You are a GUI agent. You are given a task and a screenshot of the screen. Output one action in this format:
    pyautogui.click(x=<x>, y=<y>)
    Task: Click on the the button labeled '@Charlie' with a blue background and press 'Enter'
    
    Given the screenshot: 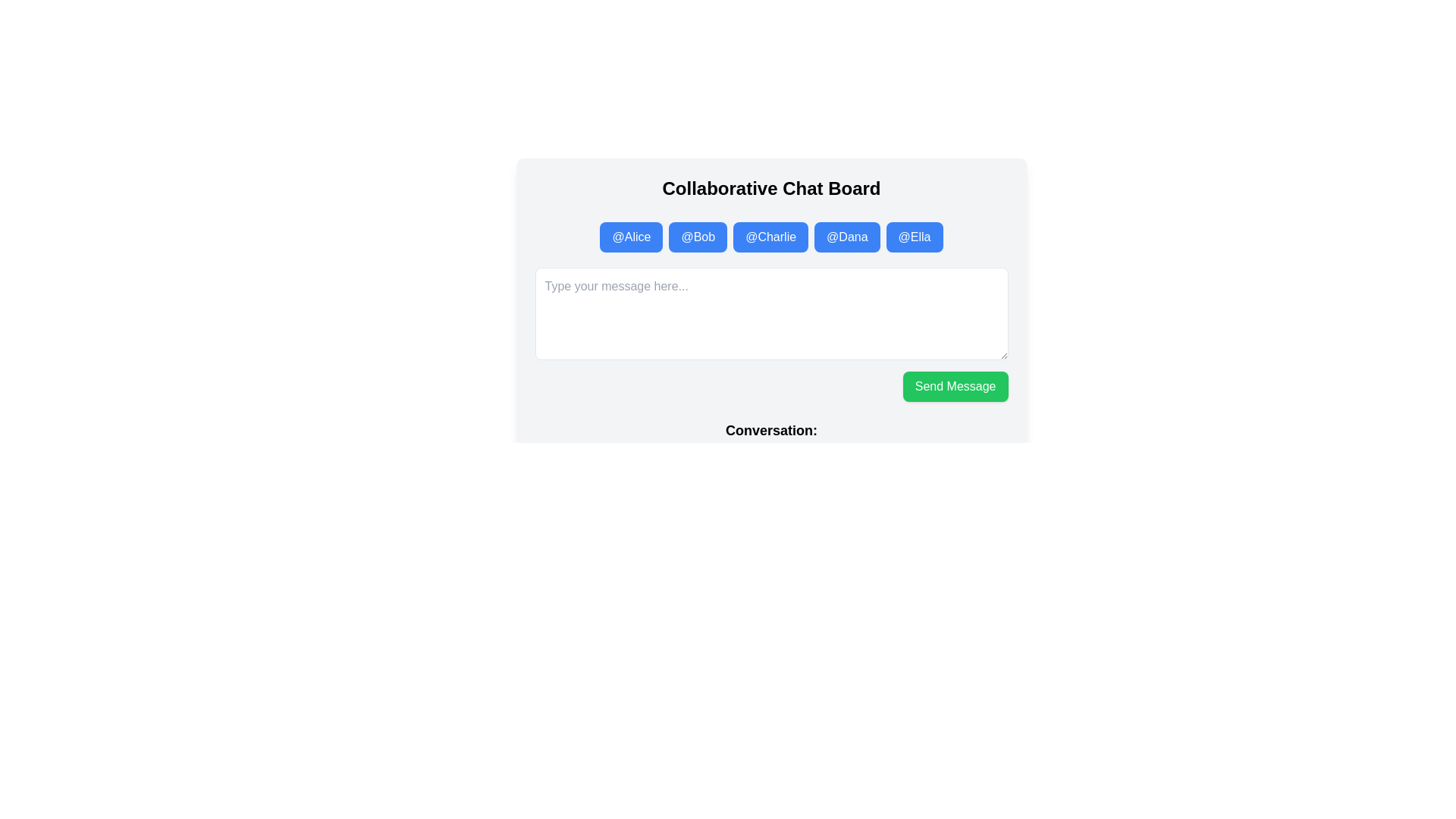 What is the action you would take?
    pyautogui.click(x=770, y=237)
    